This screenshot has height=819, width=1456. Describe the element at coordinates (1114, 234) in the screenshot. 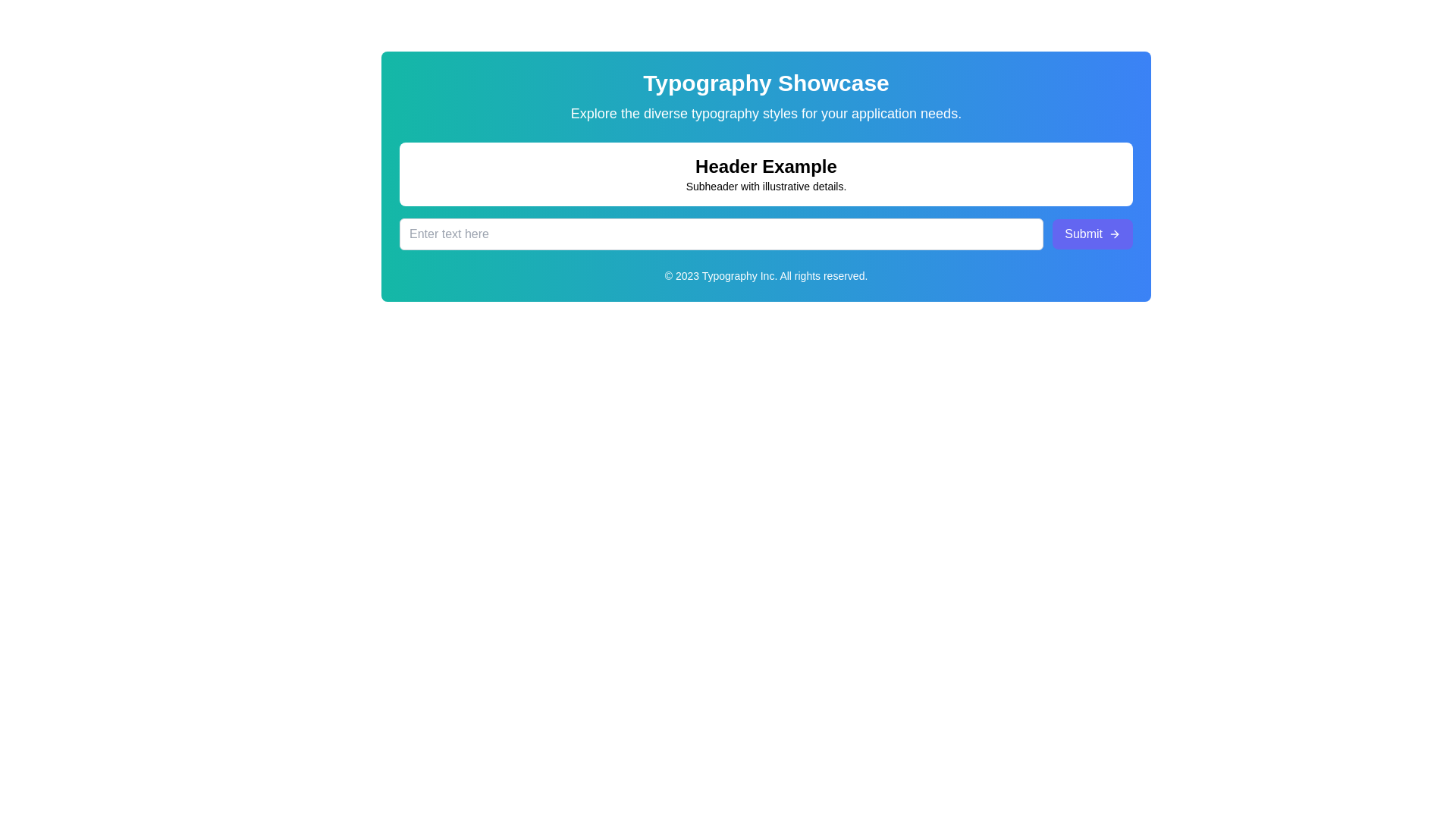

I see `the rightward-pointing arrow icon located within the 'Submit' button` at that location.